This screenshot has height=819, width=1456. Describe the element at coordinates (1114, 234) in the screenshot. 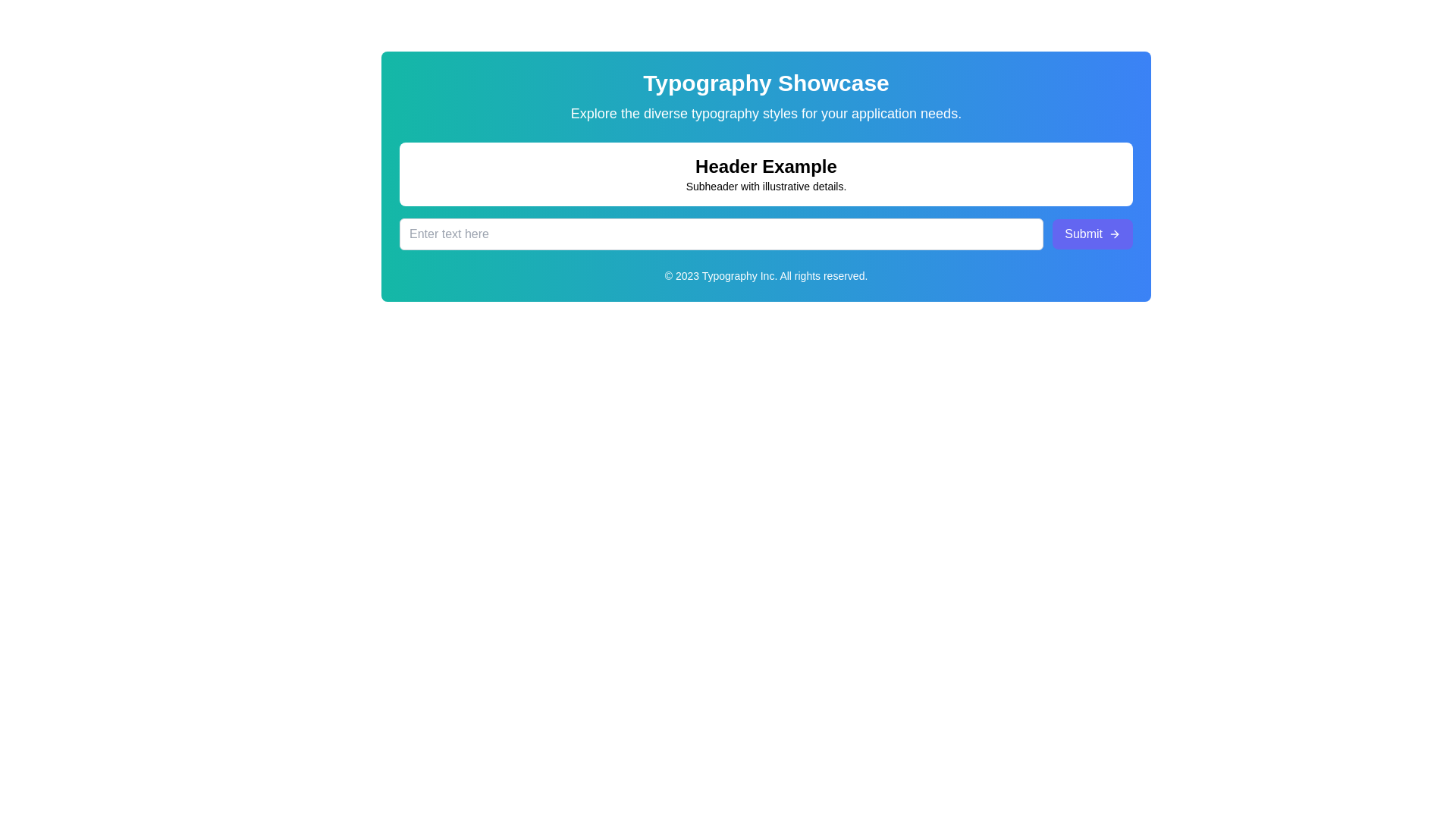

I see `the rightward-pointing arrow icon located within the 'Submit' button` at that location.